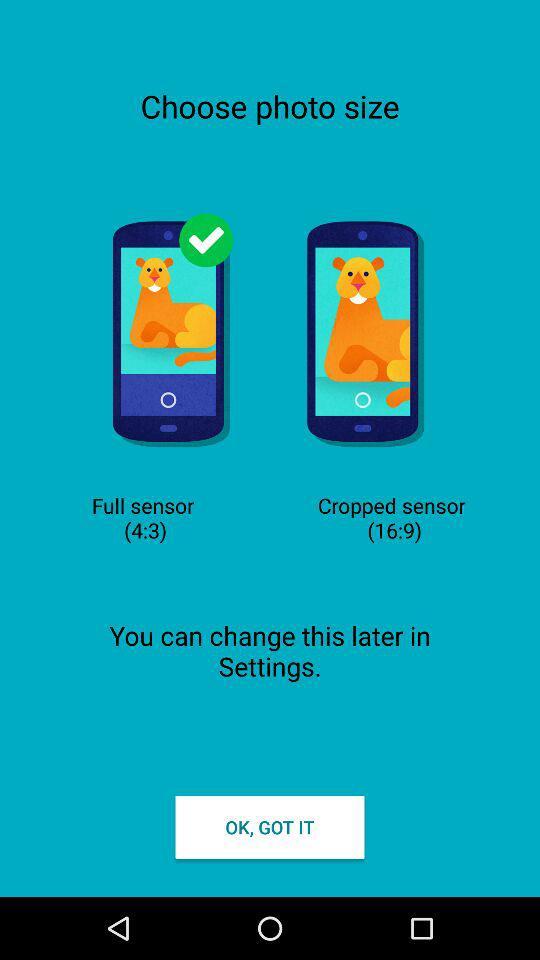  Describe the element at coordinates (270, 827) in the screenshot. I see `the item below you can change app` at that location.